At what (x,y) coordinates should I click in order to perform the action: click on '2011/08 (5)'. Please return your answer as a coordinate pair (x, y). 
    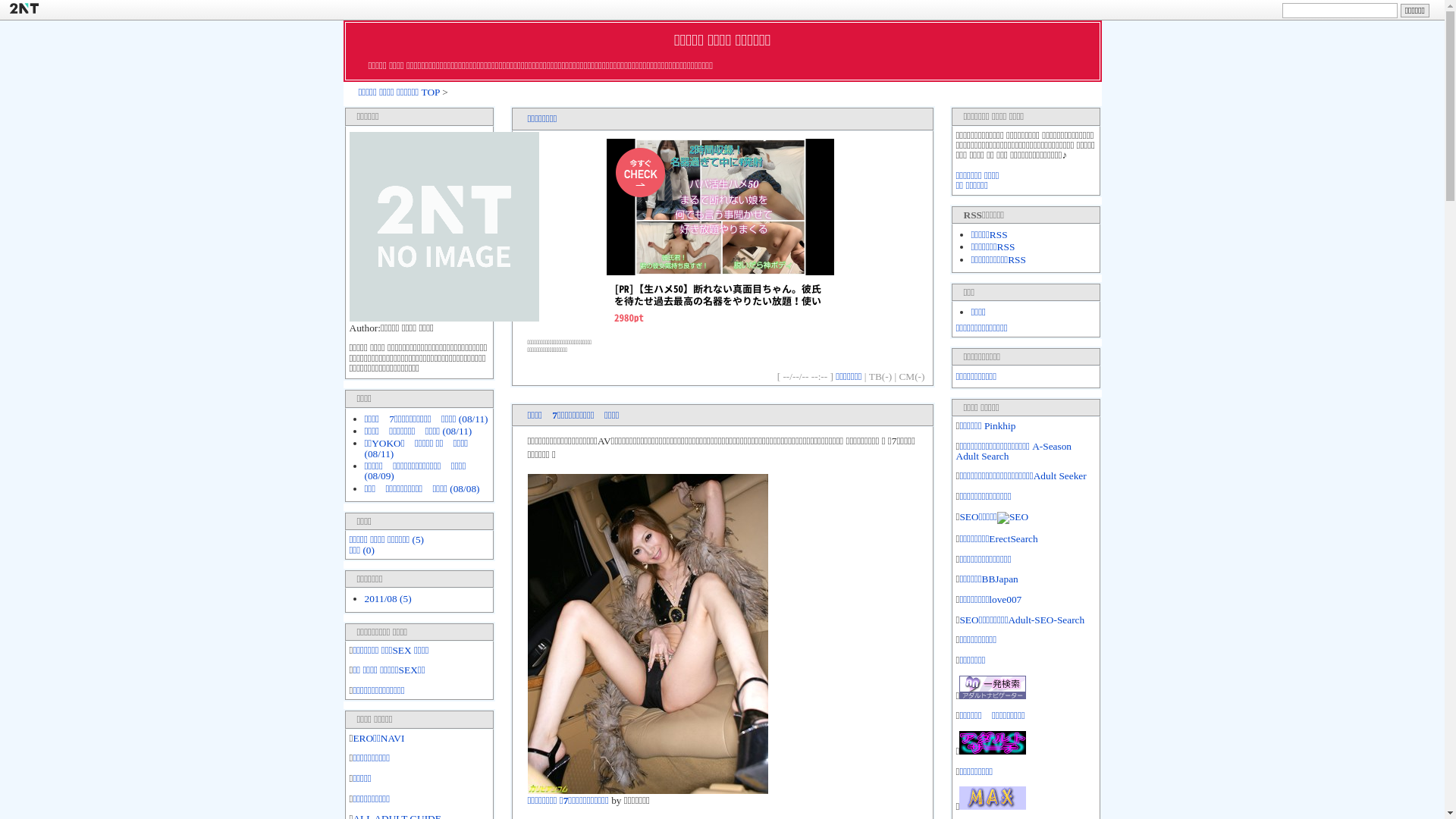
    Looking at the image, I should click on (364, 598).